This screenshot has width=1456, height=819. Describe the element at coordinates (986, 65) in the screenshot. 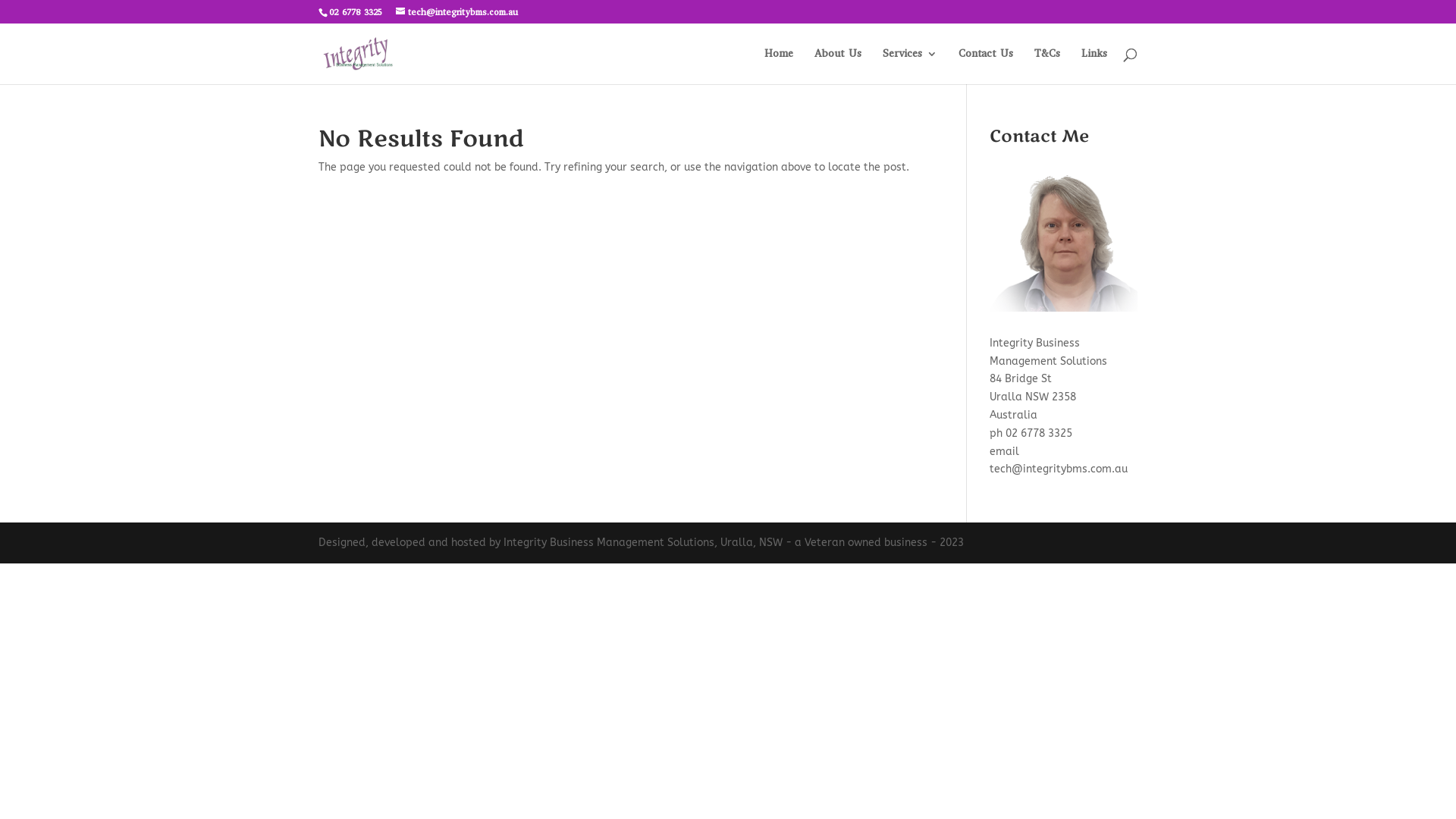

I see `'Contact Us'` at that location.